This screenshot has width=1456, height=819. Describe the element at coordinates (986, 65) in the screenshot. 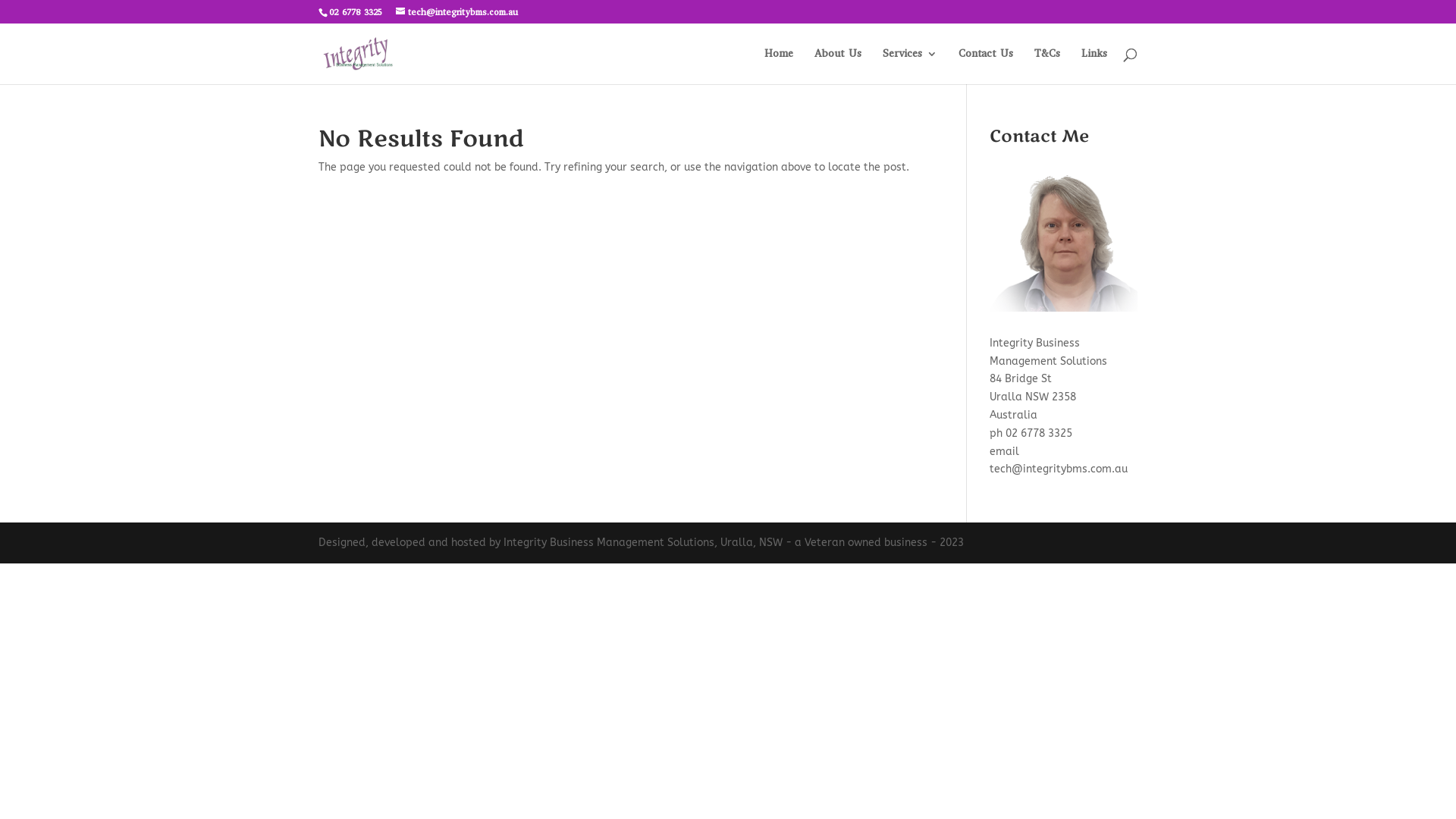

I see `'Contact Us'` at that location.